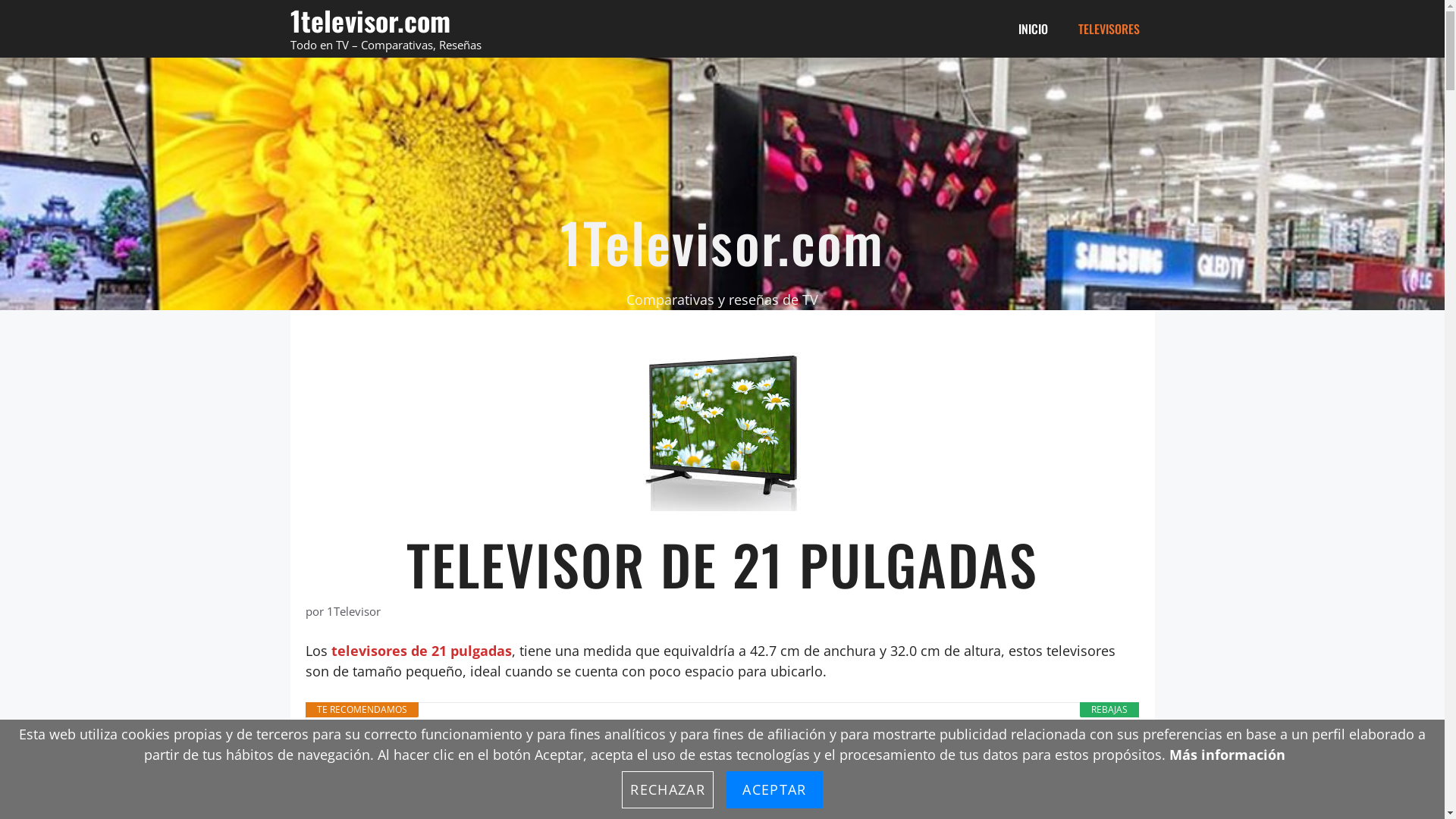 The height and width of the screenshot is (819, 1456). I want to click on 'INICIO', so click(1031, 29).